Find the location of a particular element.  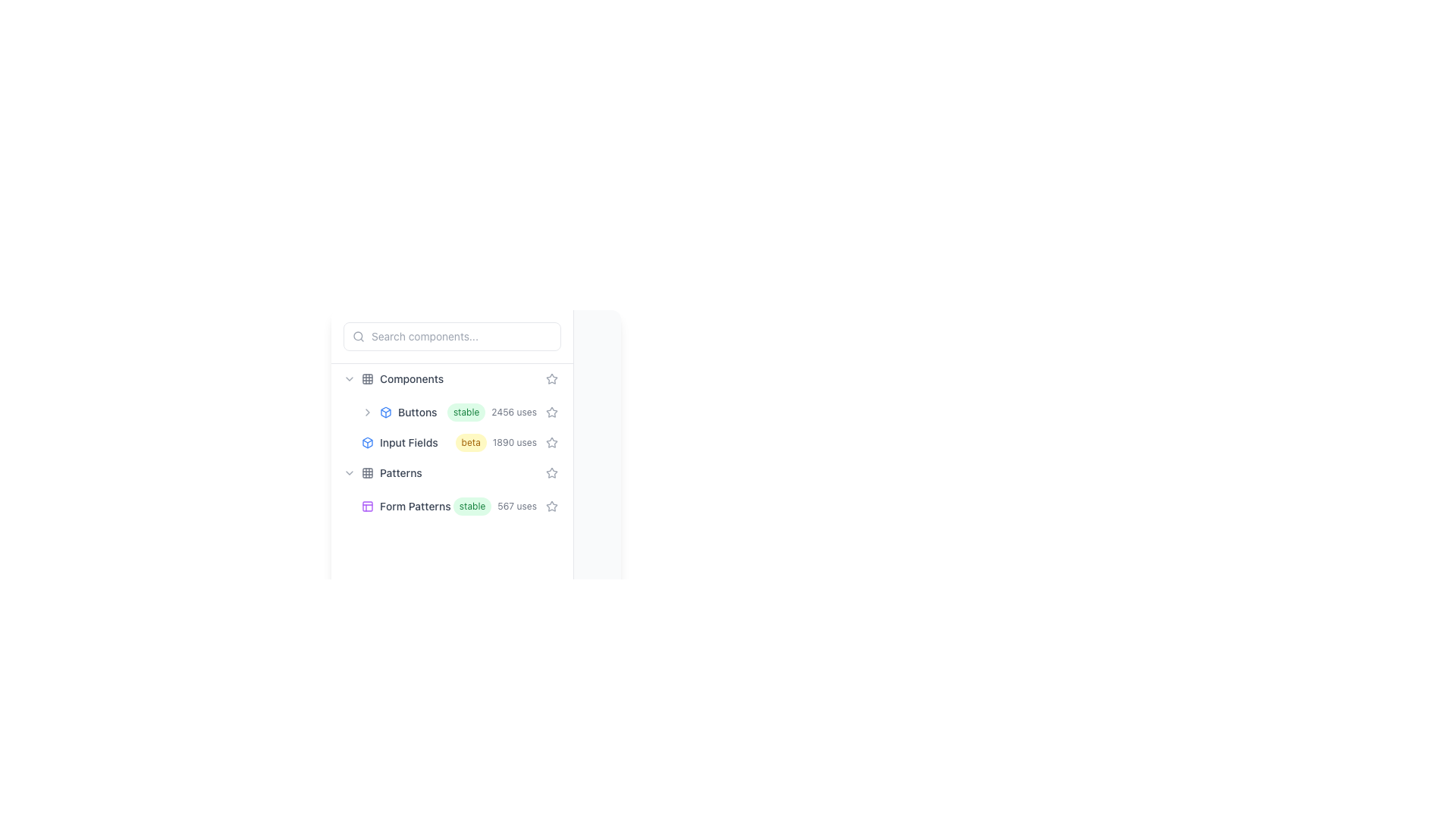

text from the label 'Input Fields', which is displayed in a medium-sized, dark gray font and is positioned next to a blue cube icon is located at coordinates (408, 442).